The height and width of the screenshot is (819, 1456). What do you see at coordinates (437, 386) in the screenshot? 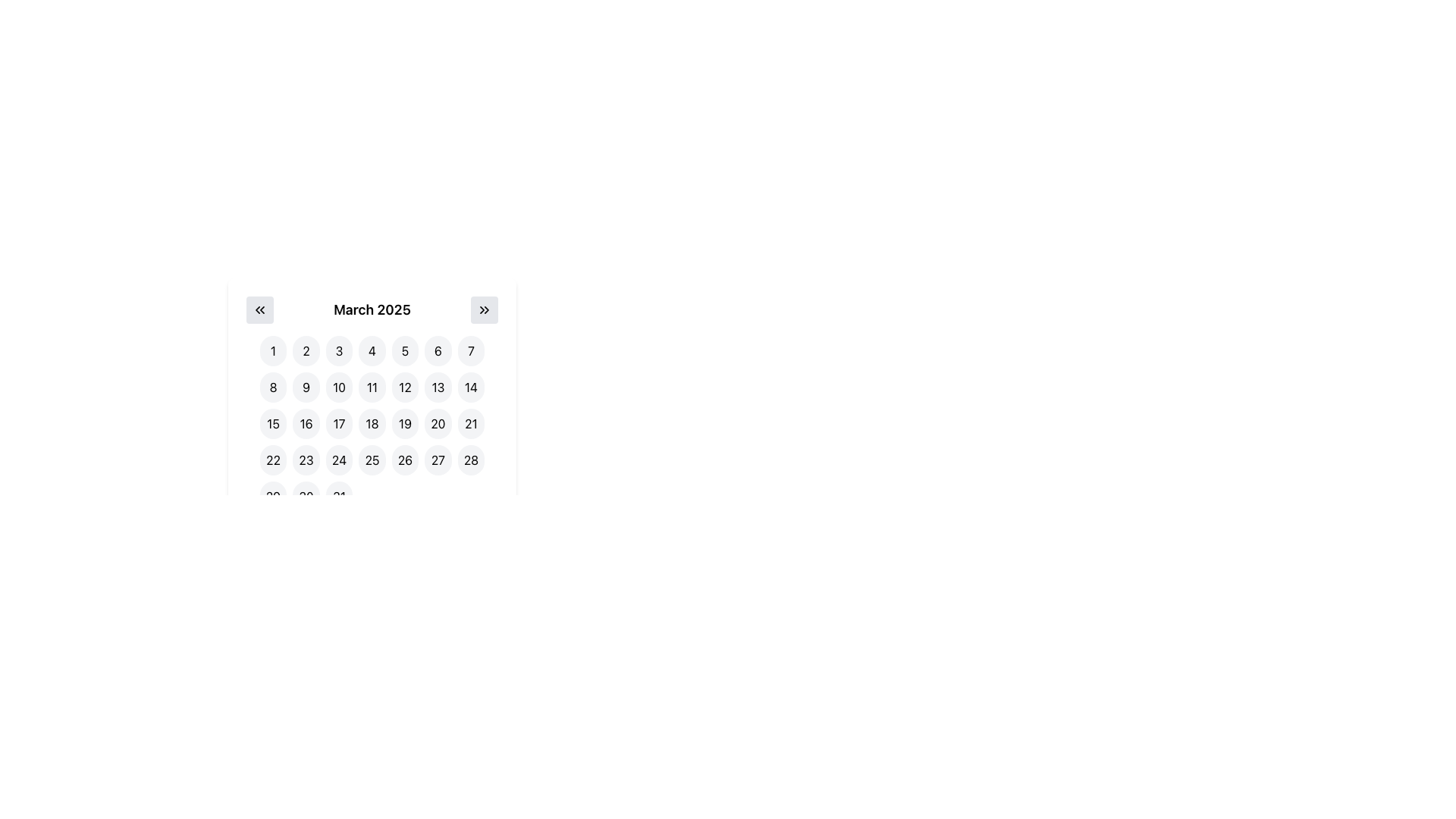
I see `the circular button displaying the number '13' in bold black text, located in the second row and sixth column of the calendar grid` at bounding box center [437, 386].